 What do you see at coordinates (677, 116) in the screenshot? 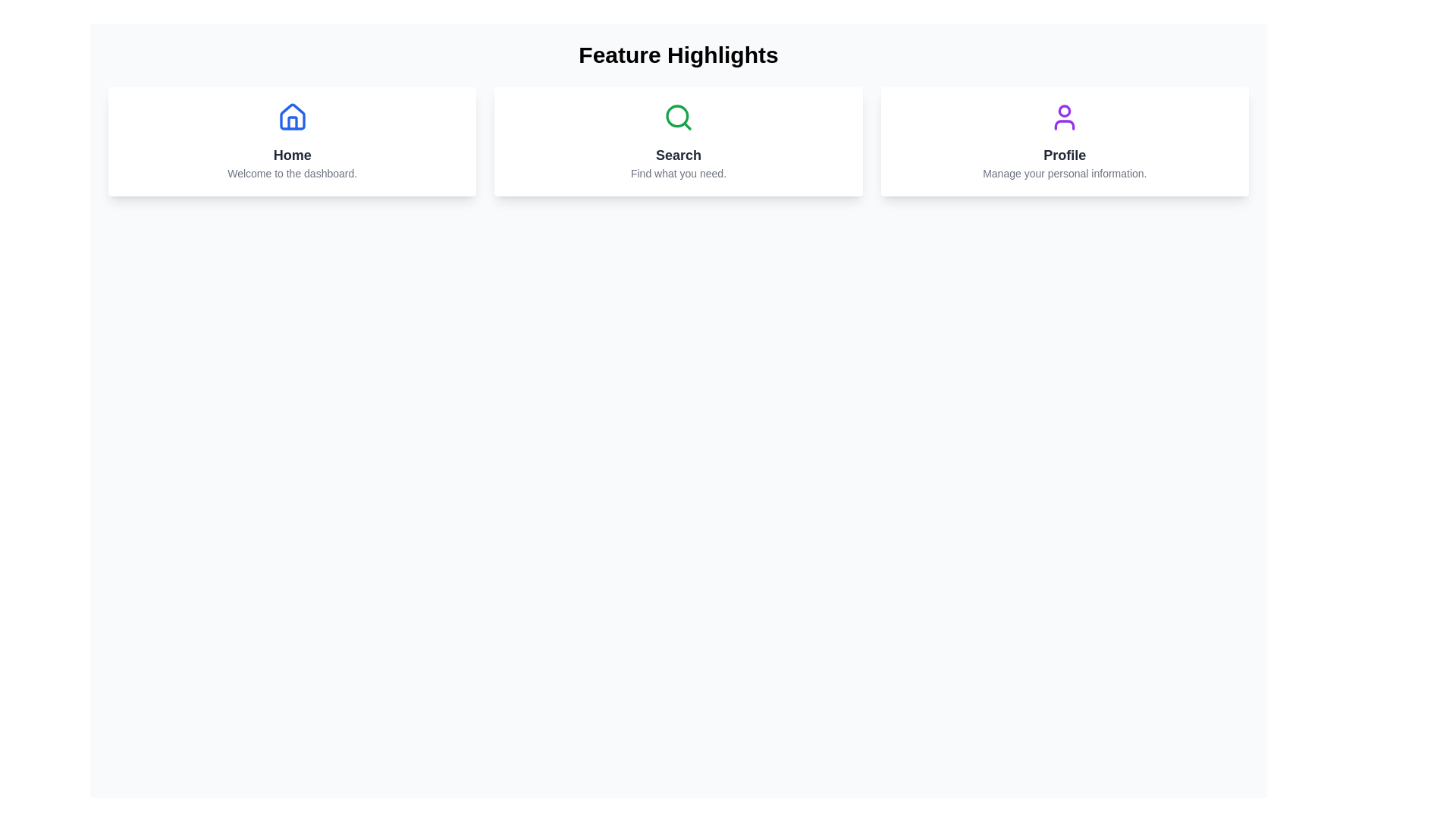
I see `the green magnifying glass icon within the 'Search' card located below the 'Feature Highlights' heading` at bounding box center [677, 116].